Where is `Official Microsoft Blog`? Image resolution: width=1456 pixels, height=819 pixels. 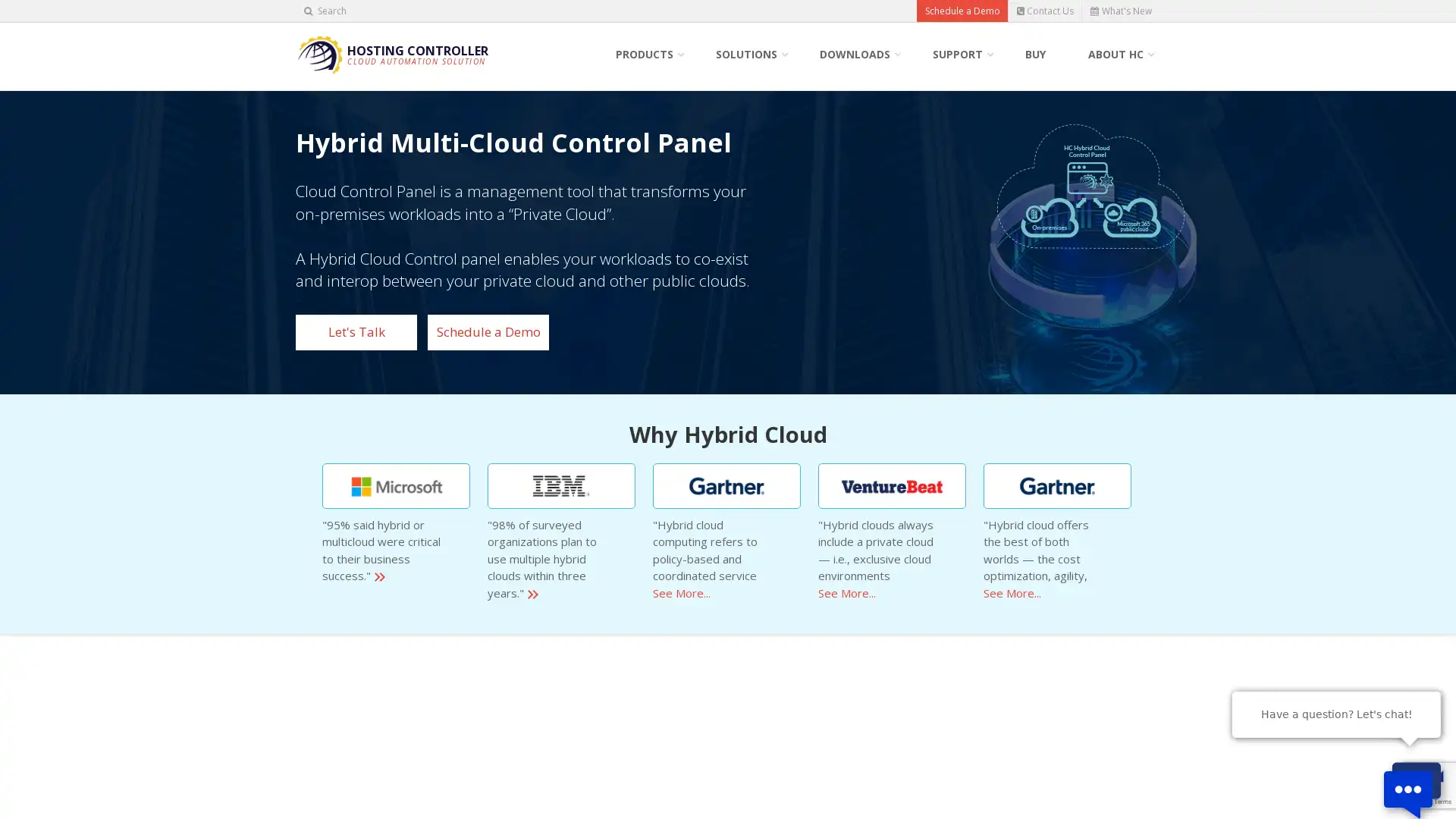
Official Microsoft Blog is located at coordinates (396, 485).